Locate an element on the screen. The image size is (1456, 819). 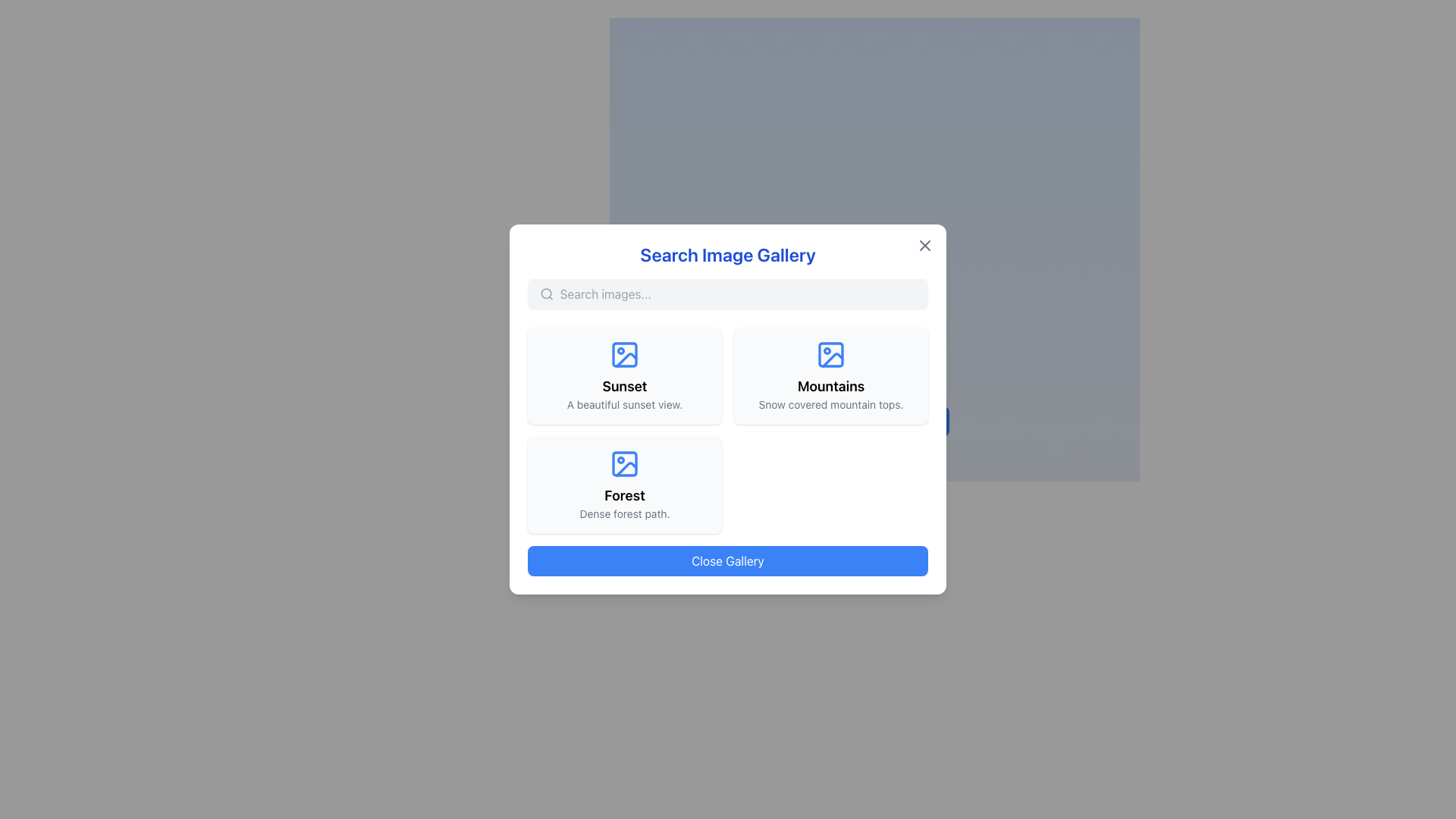
the image search button located at the top-center of the dialog interface is located at coordinates (874, 421).